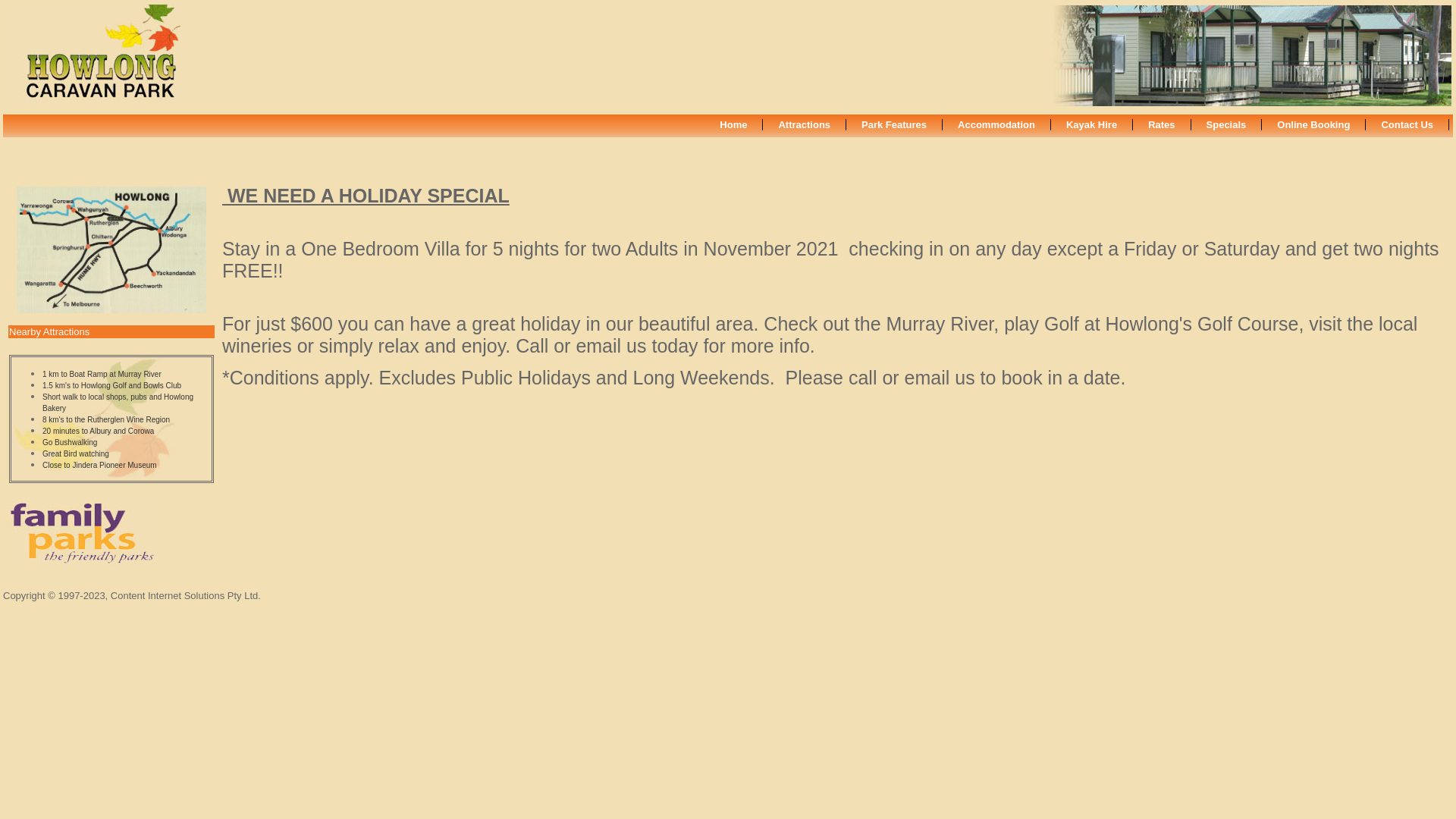  What do you see at coordinates (733, 124) in the screenshot?
I see `'Home'` at bounding box center [733, 124].